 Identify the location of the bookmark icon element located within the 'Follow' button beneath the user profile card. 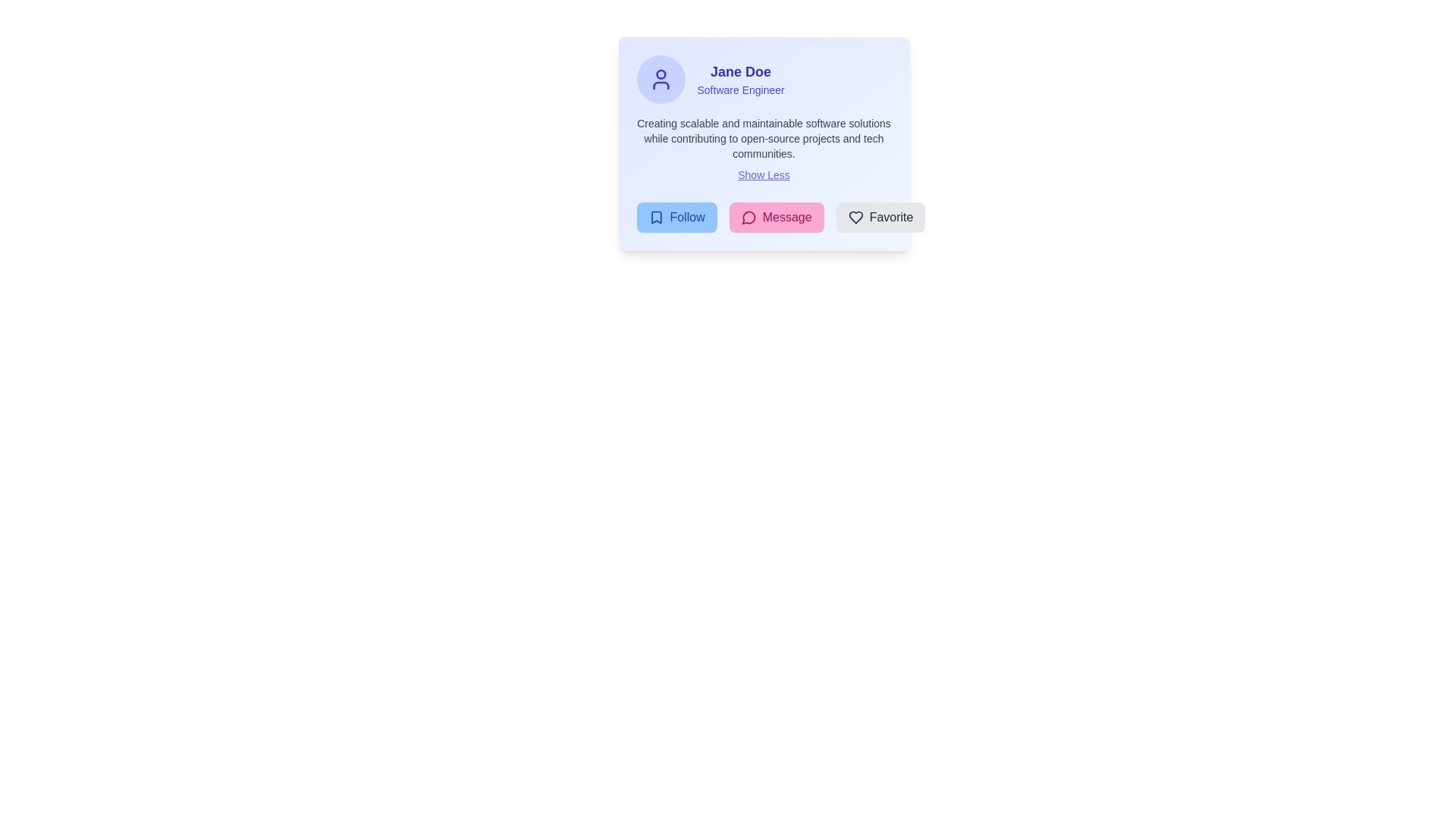
(656, 217).